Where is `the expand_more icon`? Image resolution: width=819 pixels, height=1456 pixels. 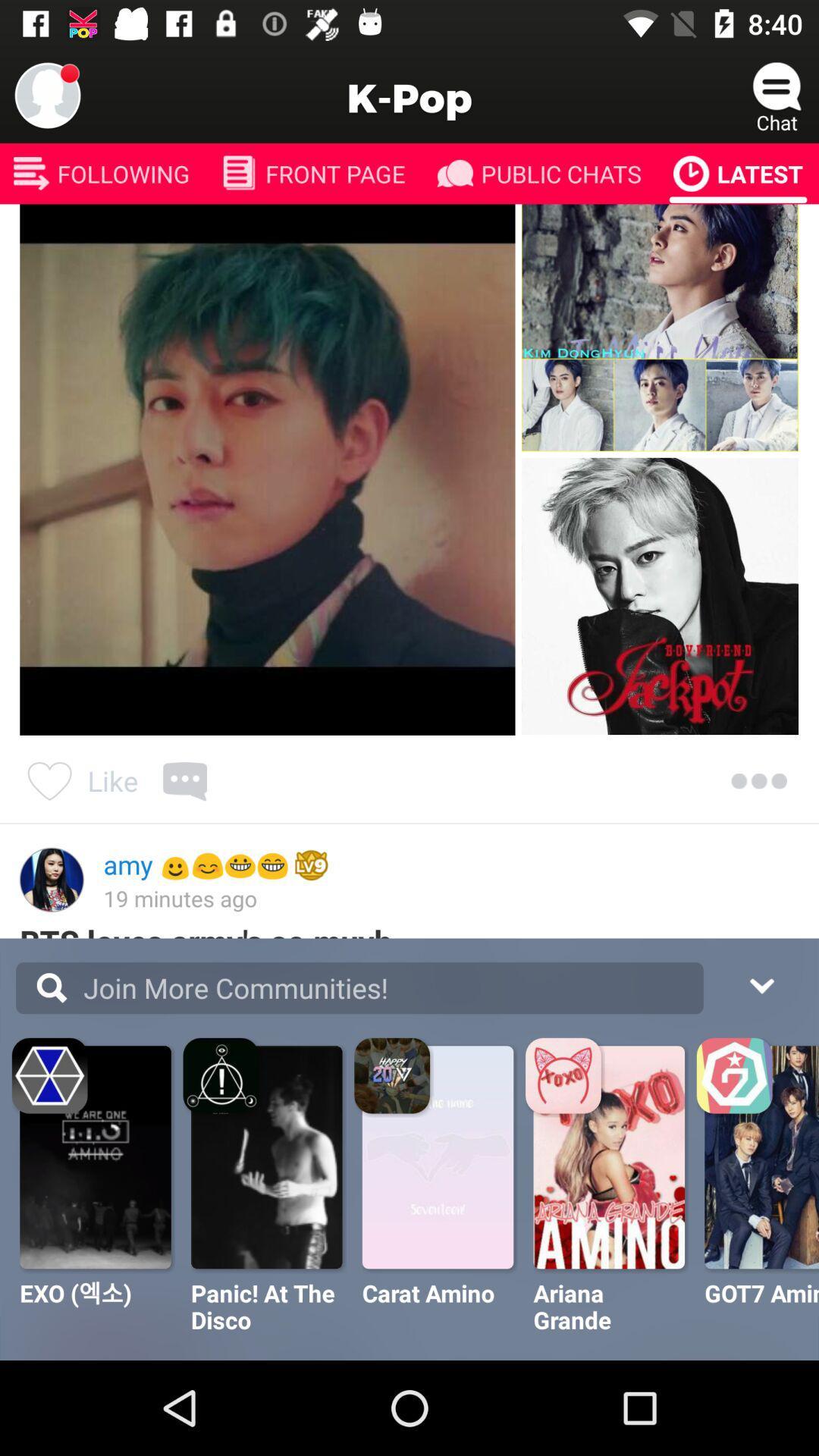
the expand_more icon is located at coordinates (761, 984).